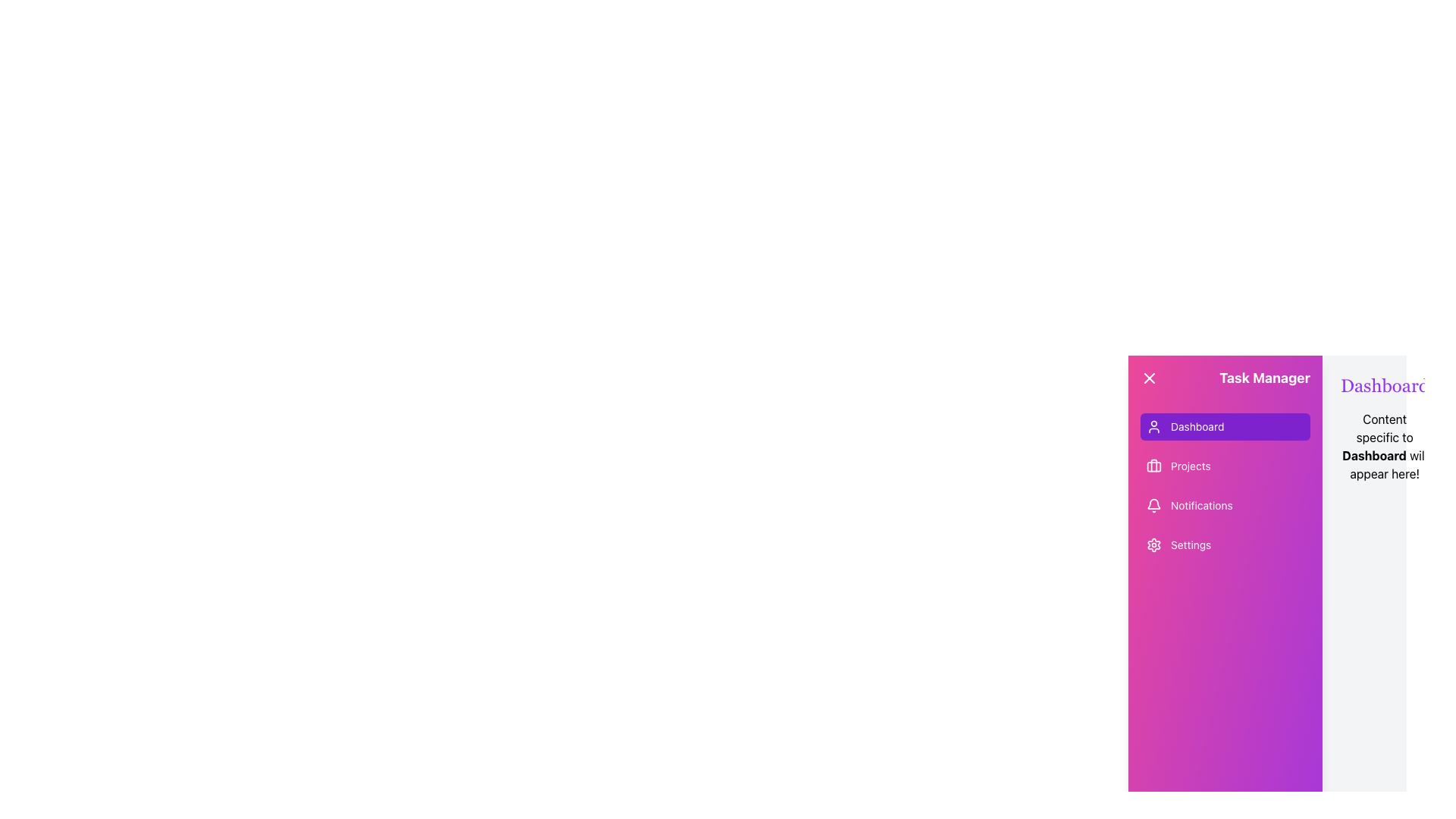 The image size is (1456, 819). I want to click on the text label displaying the message 'Content specific to Dashboard will appear here!' located below the 'Task Manager' heading and to the right of the purple sidebar, so click(1385, 446).